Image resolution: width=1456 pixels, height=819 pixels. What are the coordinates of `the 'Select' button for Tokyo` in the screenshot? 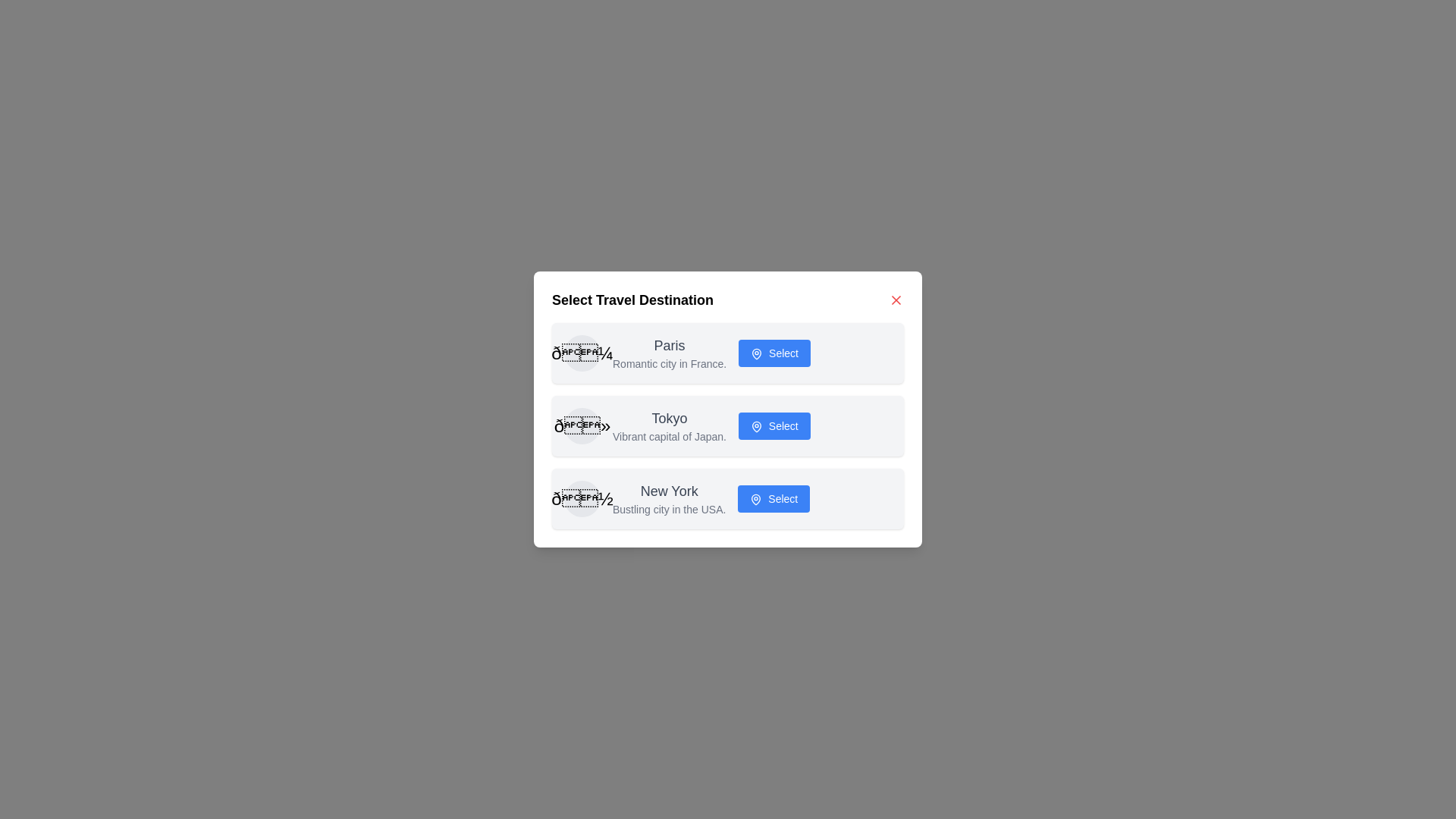 It's located at (774, 426).